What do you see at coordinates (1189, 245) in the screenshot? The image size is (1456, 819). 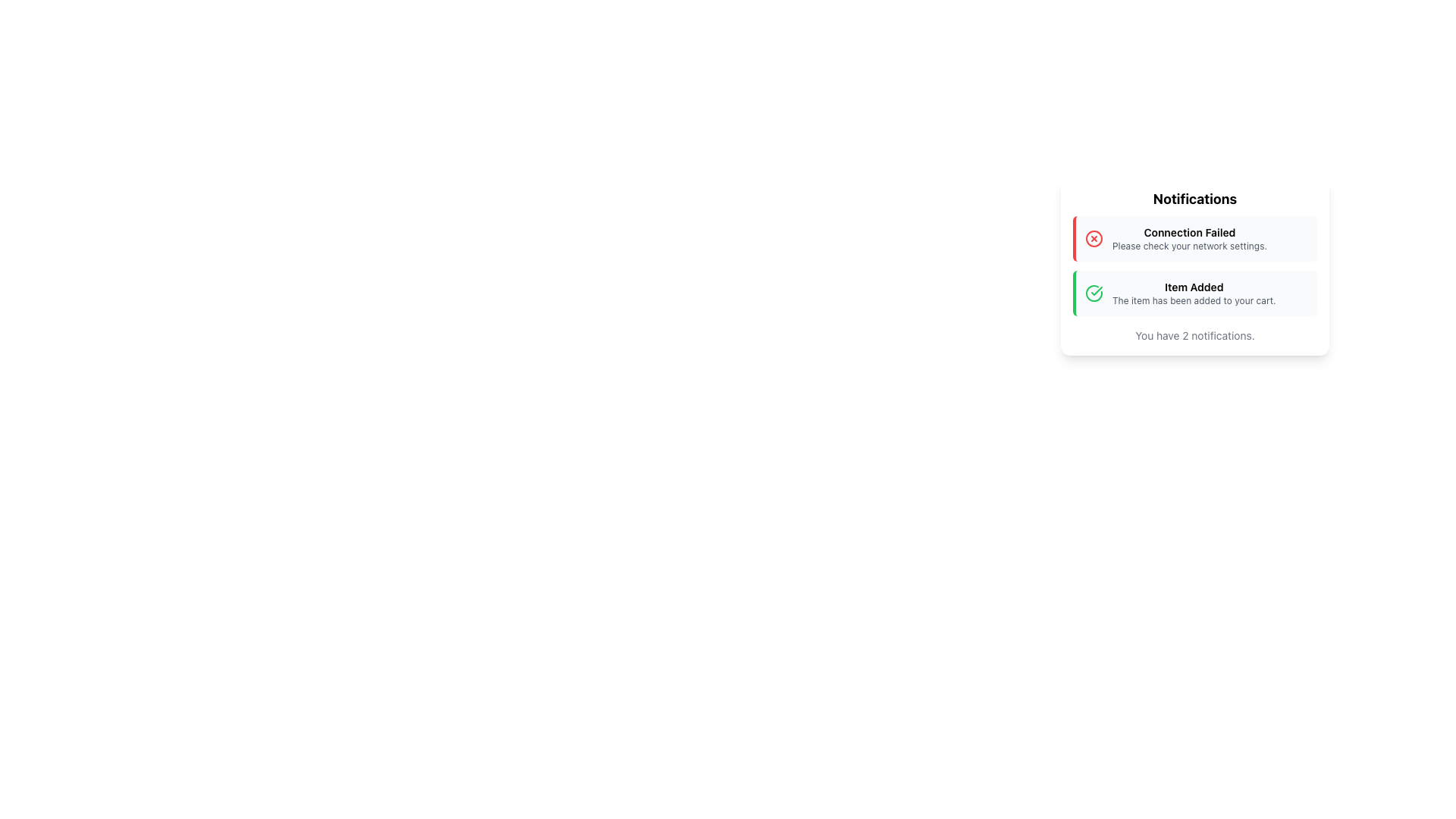 I see `the static text below the 'Connection Failed' message in the first notification card of the 'Notifications' section` at bounding box center [1189, 245].